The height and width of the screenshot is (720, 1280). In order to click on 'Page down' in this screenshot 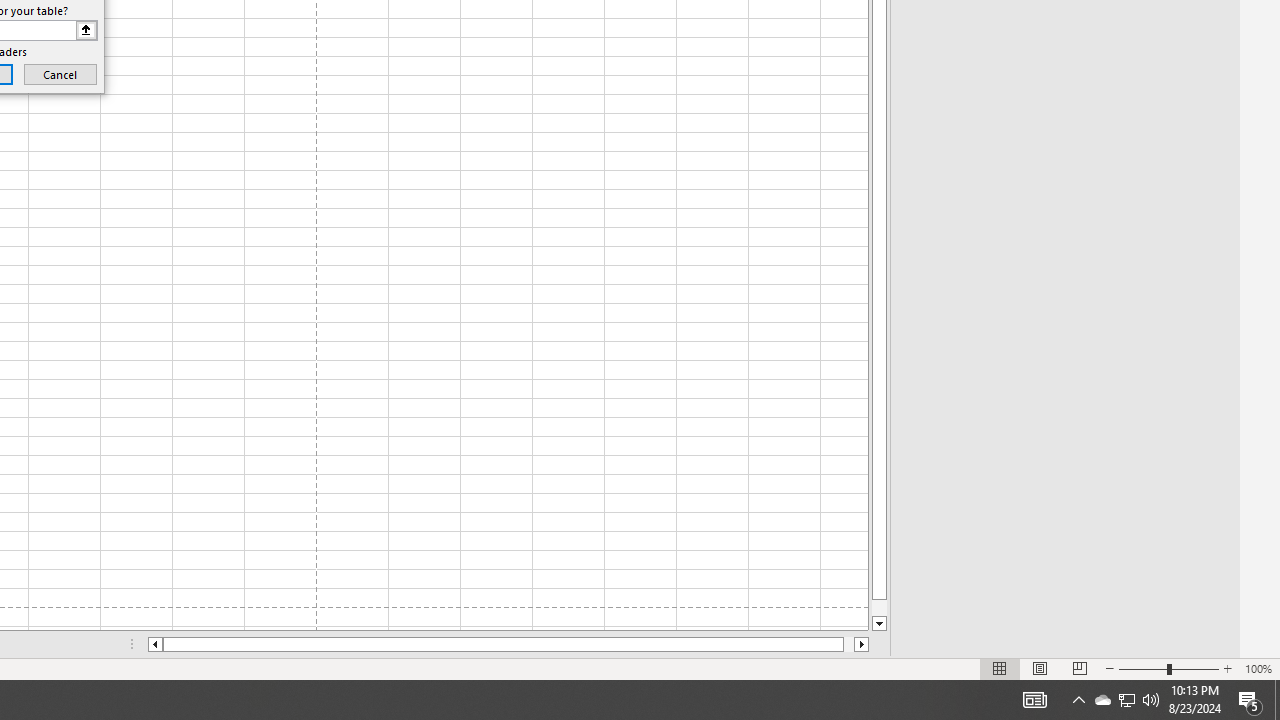, I will do `click(879, 607)`.